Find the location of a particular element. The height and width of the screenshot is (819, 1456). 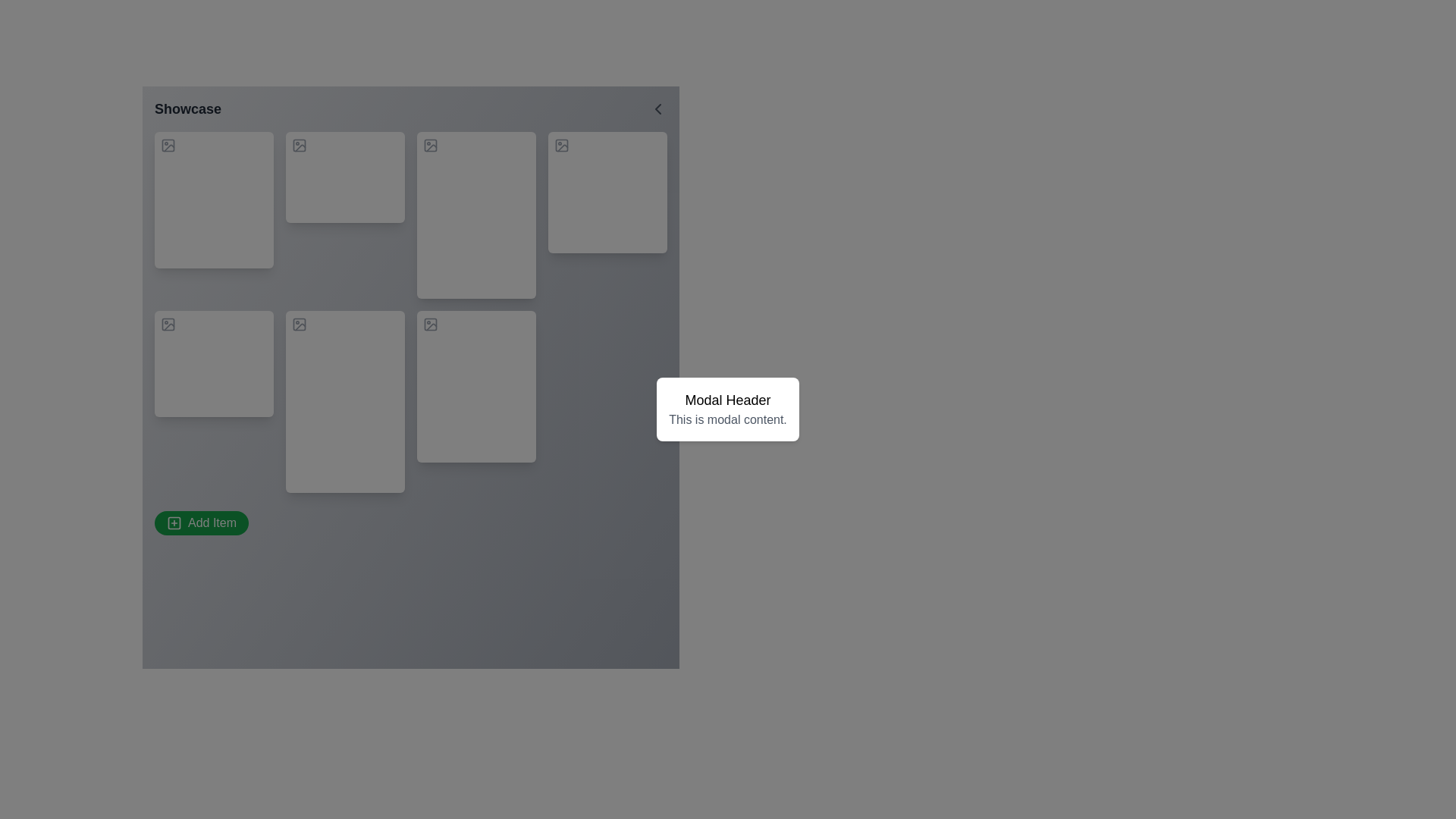

the small square icon with rounded corners inside the 'Add Item' button, located at the bottom-left part of the interface is located at coordinates (174, 522).